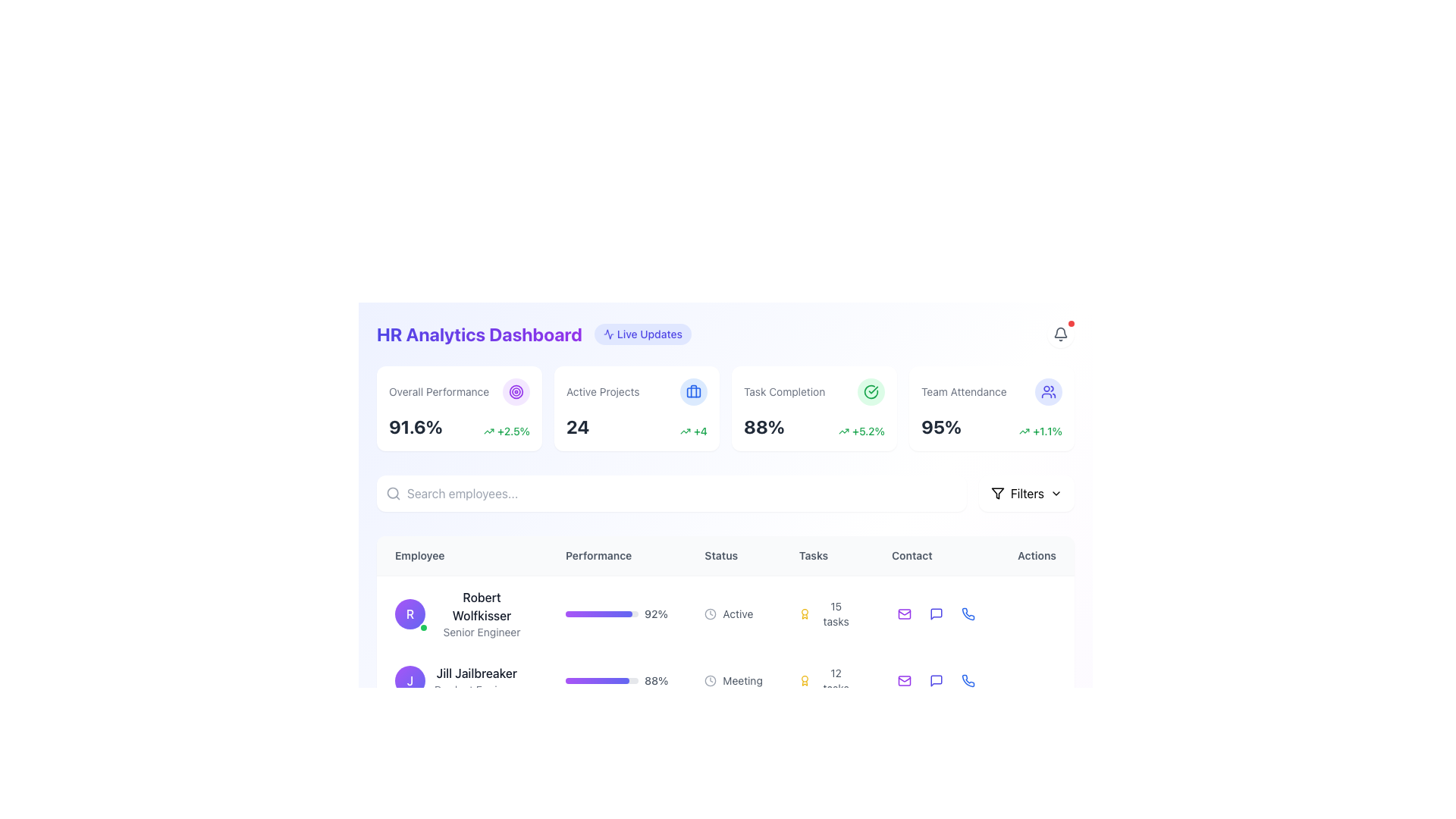  I want to click on a metric card in the summary dashboard section located at the upper part of the interface, so click(724, 416).